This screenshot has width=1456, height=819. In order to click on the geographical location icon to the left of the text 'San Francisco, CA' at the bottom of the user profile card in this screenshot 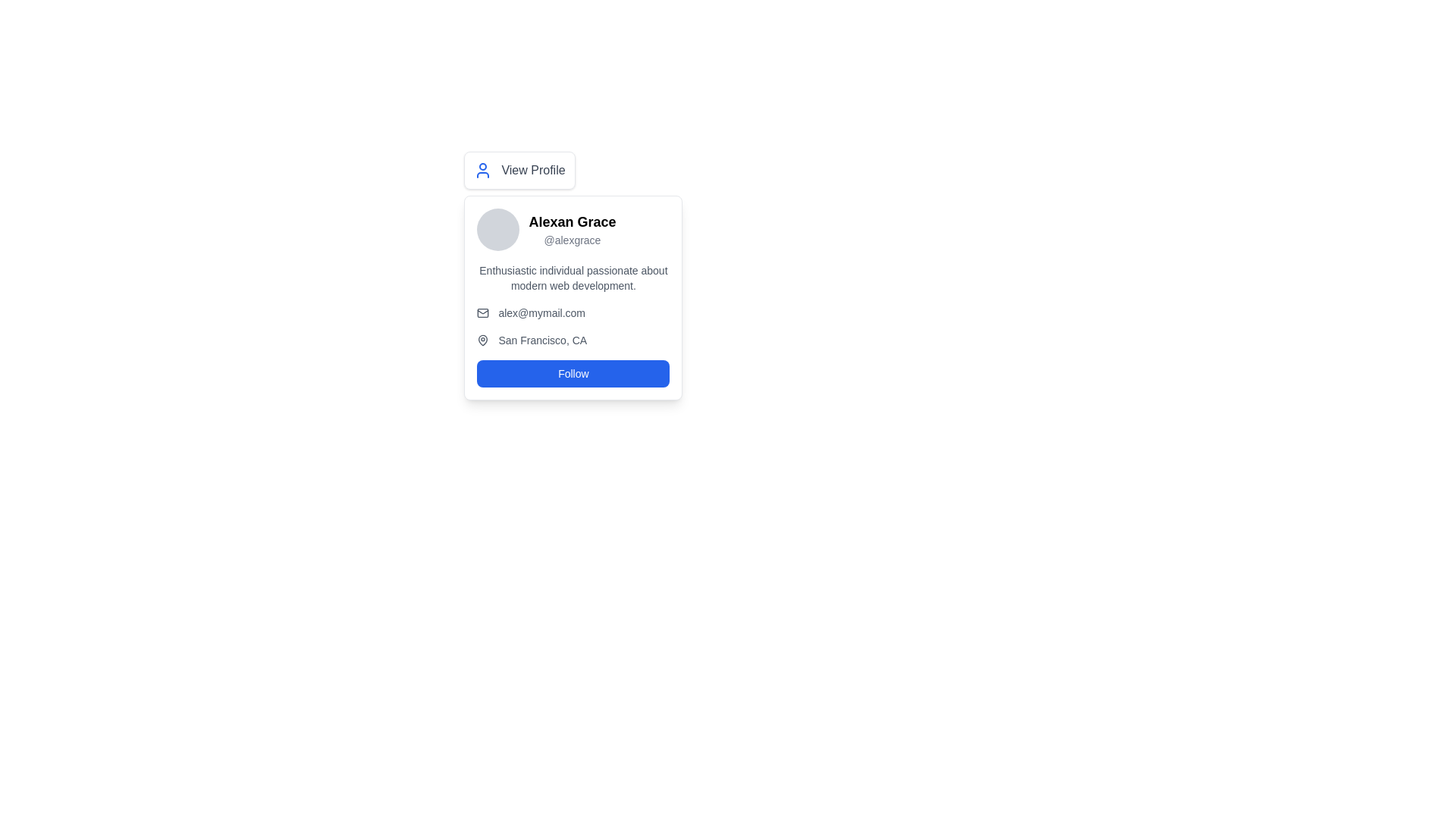, I will do `click(482, 339)`.